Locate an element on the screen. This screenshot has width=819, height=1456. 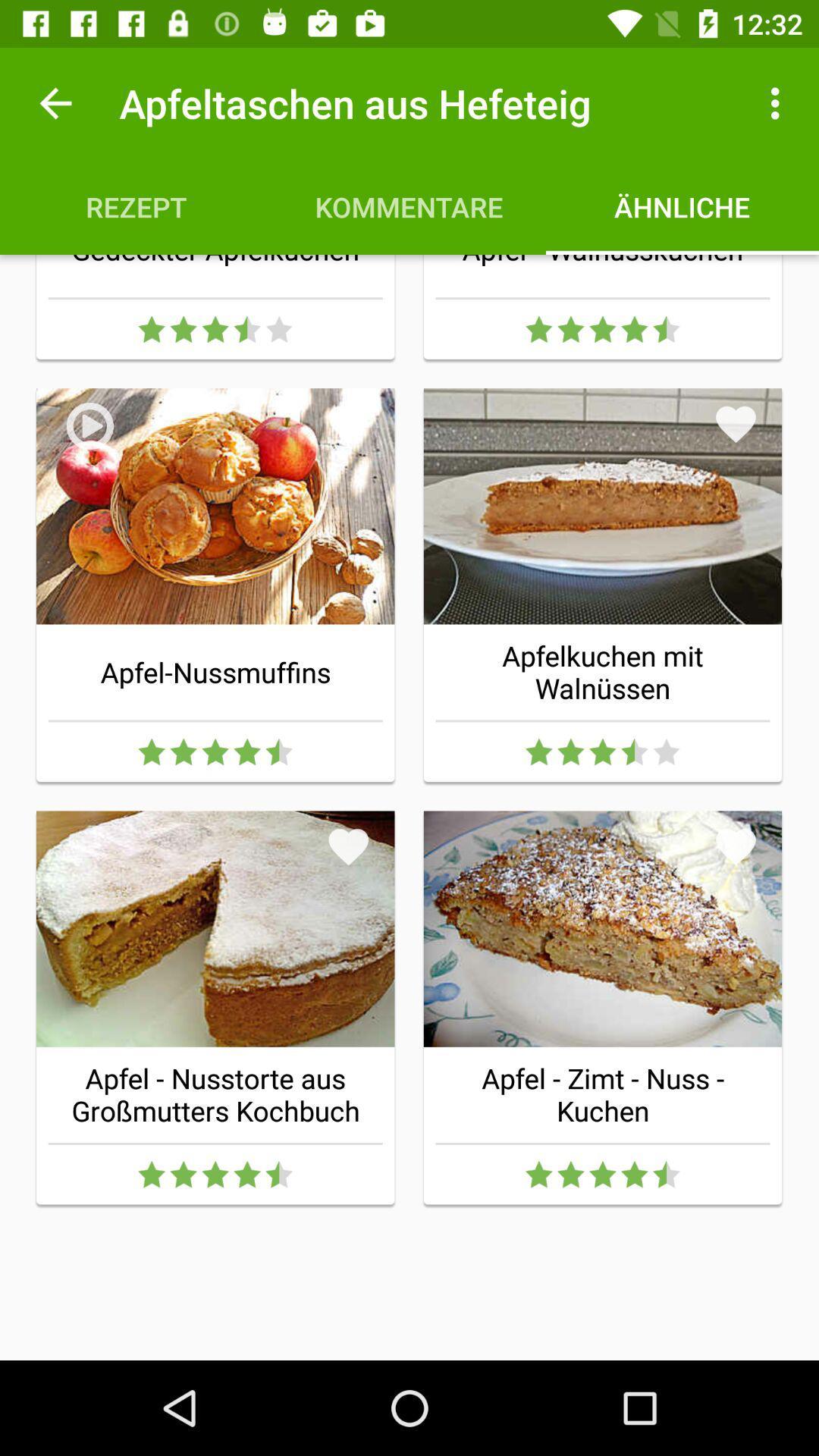
the item to the right of apfeltaschen aus hefeteig is located at coordinates (779, 102).